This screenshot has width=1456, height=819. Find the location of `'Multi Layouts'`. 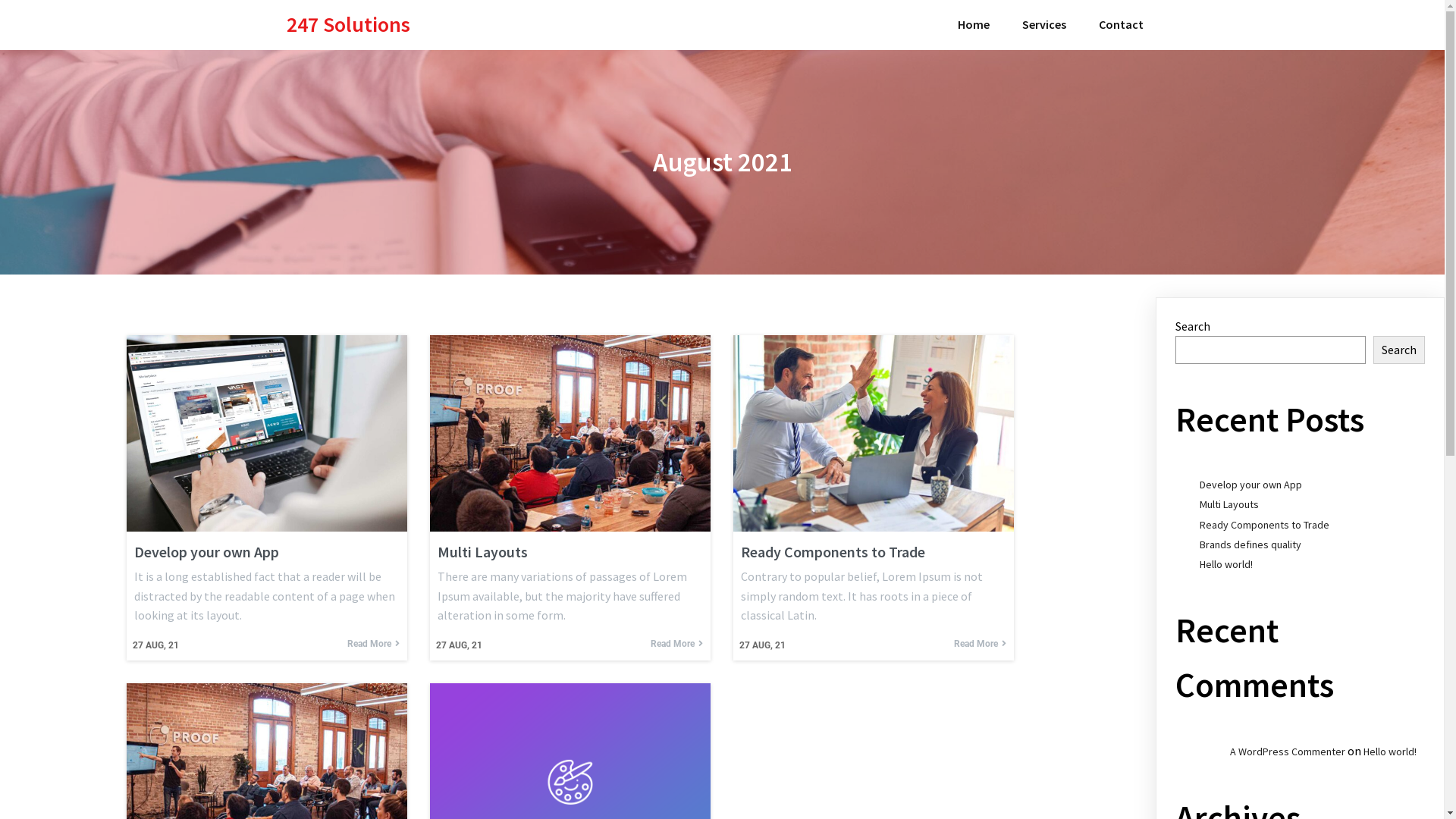

'Multi Layouts' is located at coordinates (570, 552).